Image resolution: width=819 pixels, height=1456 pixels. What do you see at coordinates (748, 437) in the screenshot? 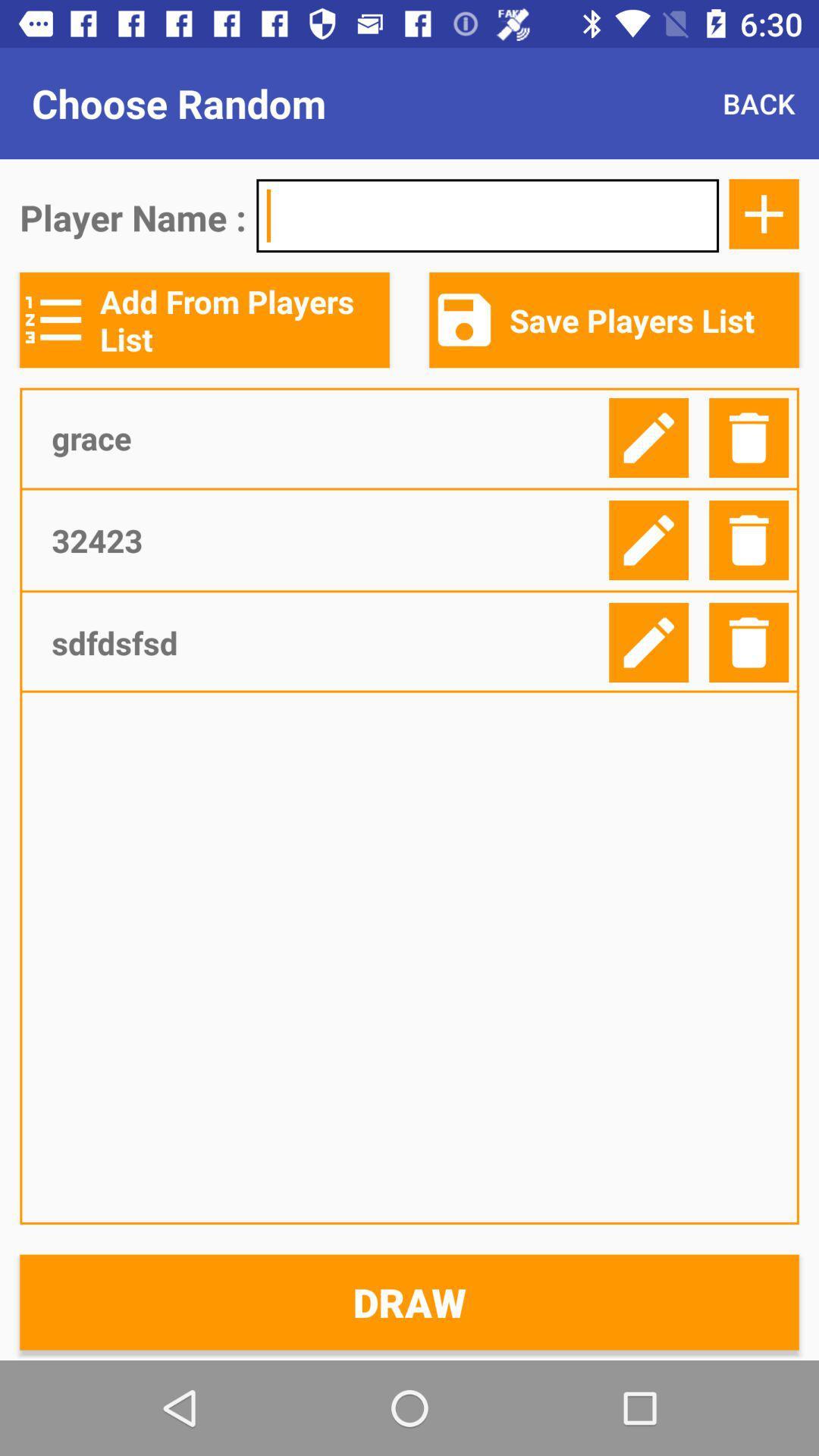
I see `delete grace button` at bounding box center [748, 437].